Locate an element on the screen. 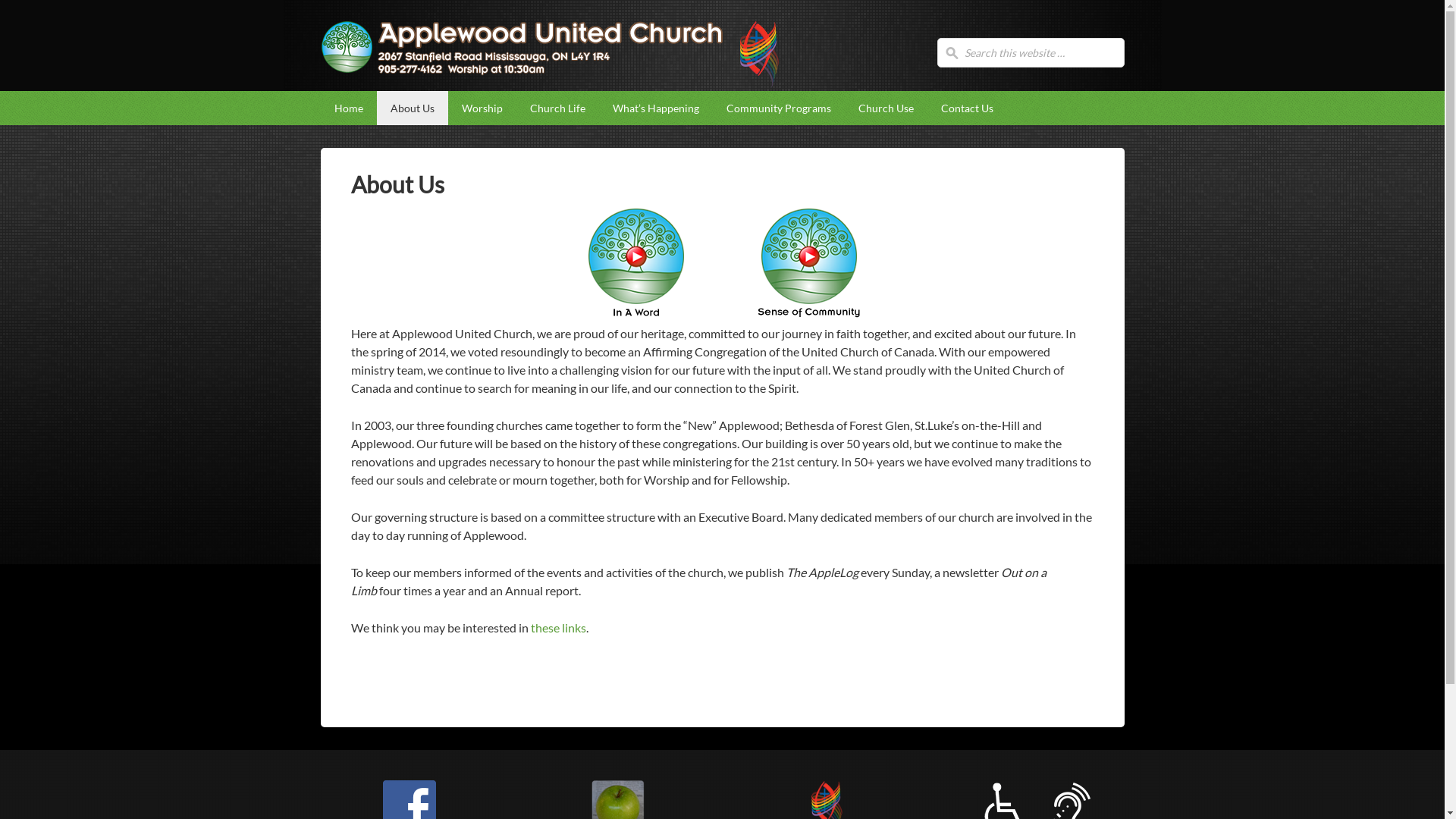  'Click to play the video' is located at coordinates (635, 262).